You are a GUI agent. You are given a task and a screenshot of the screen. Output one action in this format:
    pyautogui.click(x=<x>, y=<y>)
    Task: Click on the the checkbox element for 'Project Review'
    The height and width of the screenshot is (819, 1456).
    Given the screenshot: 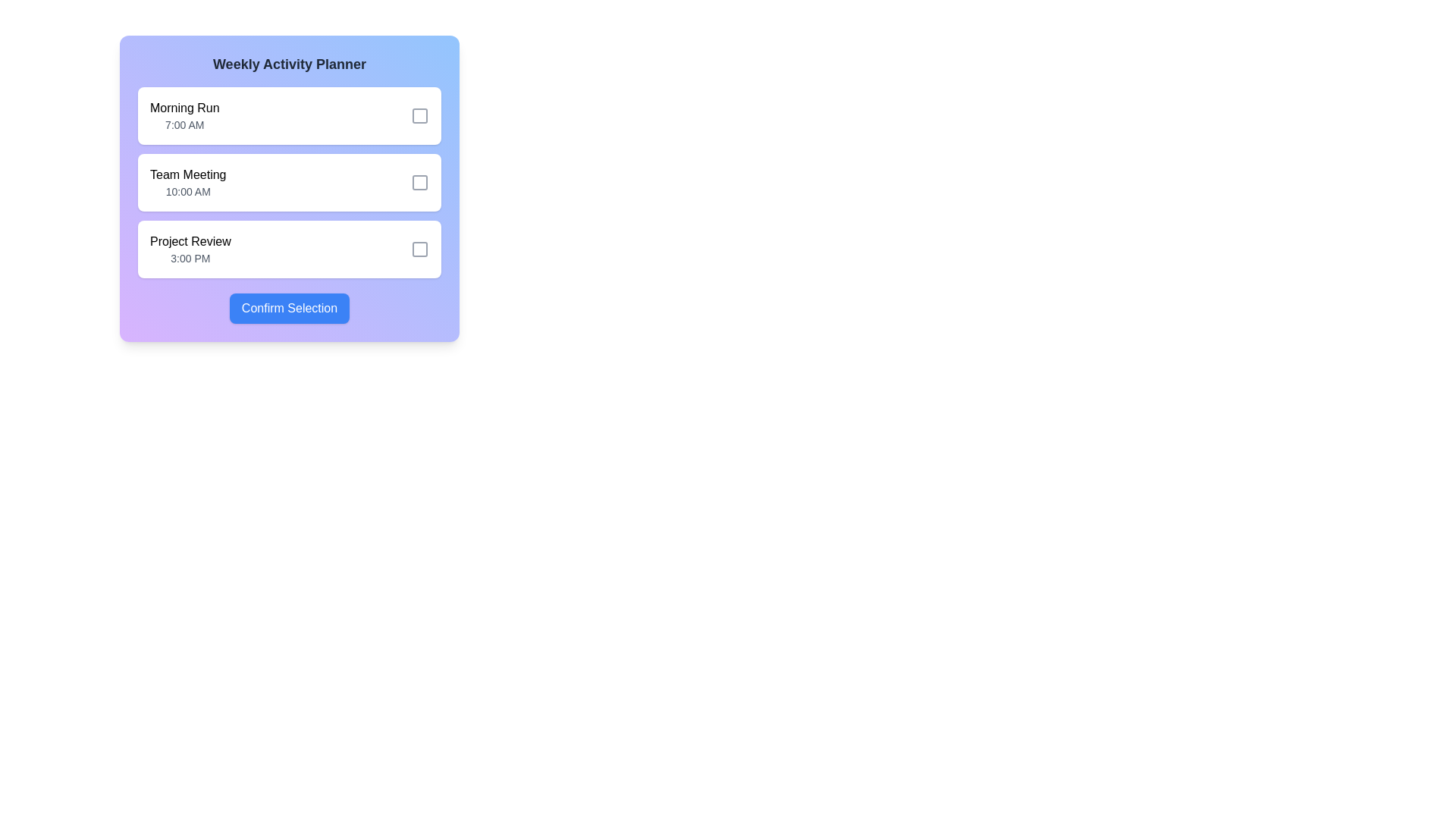 What is the action you would take?
    pyautogui.click(x=419, y=248)
    